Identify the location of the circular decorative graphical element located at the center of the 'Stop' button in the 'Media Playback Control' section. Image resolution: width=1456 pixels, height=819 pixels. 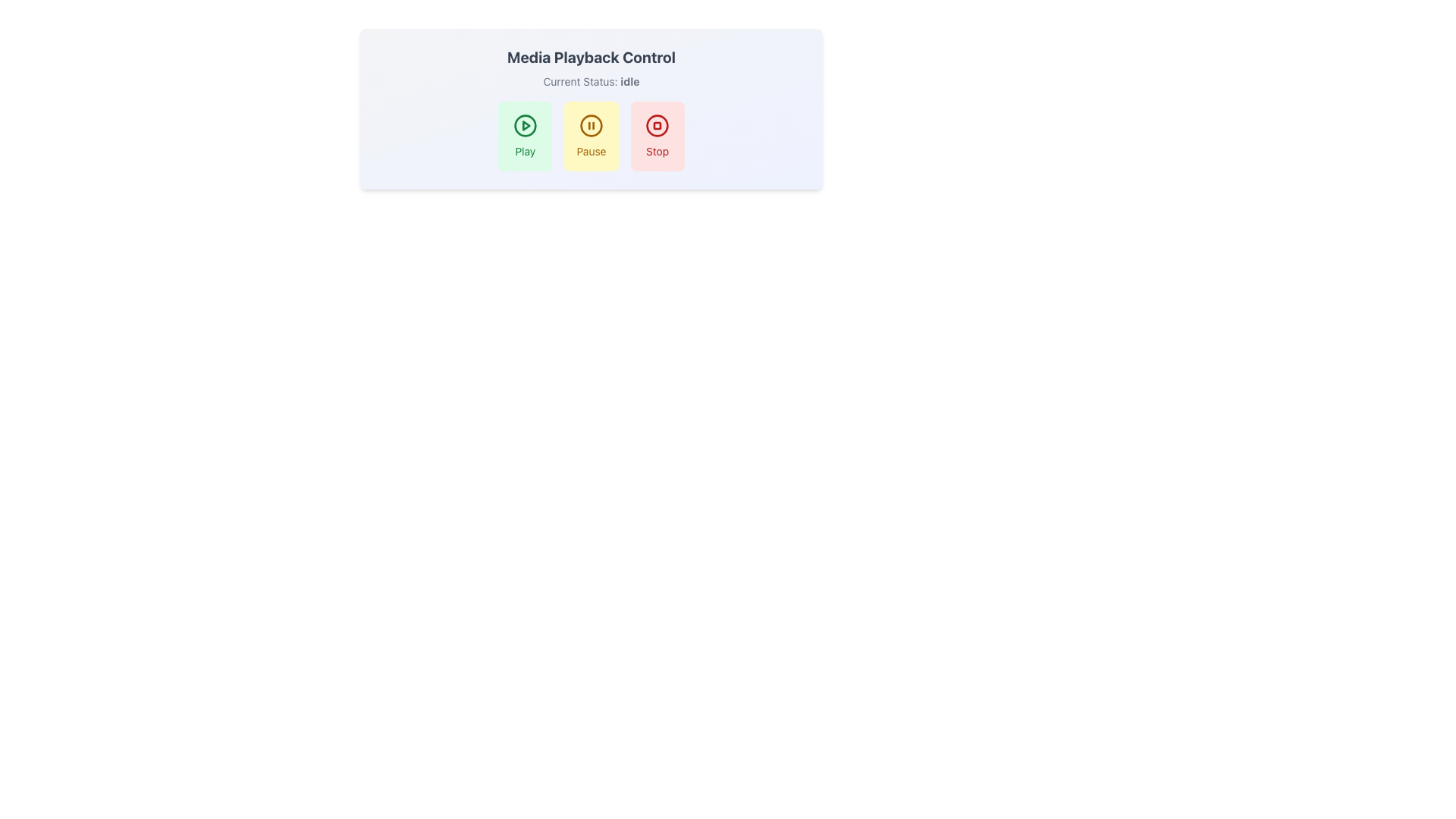
(657, 124).